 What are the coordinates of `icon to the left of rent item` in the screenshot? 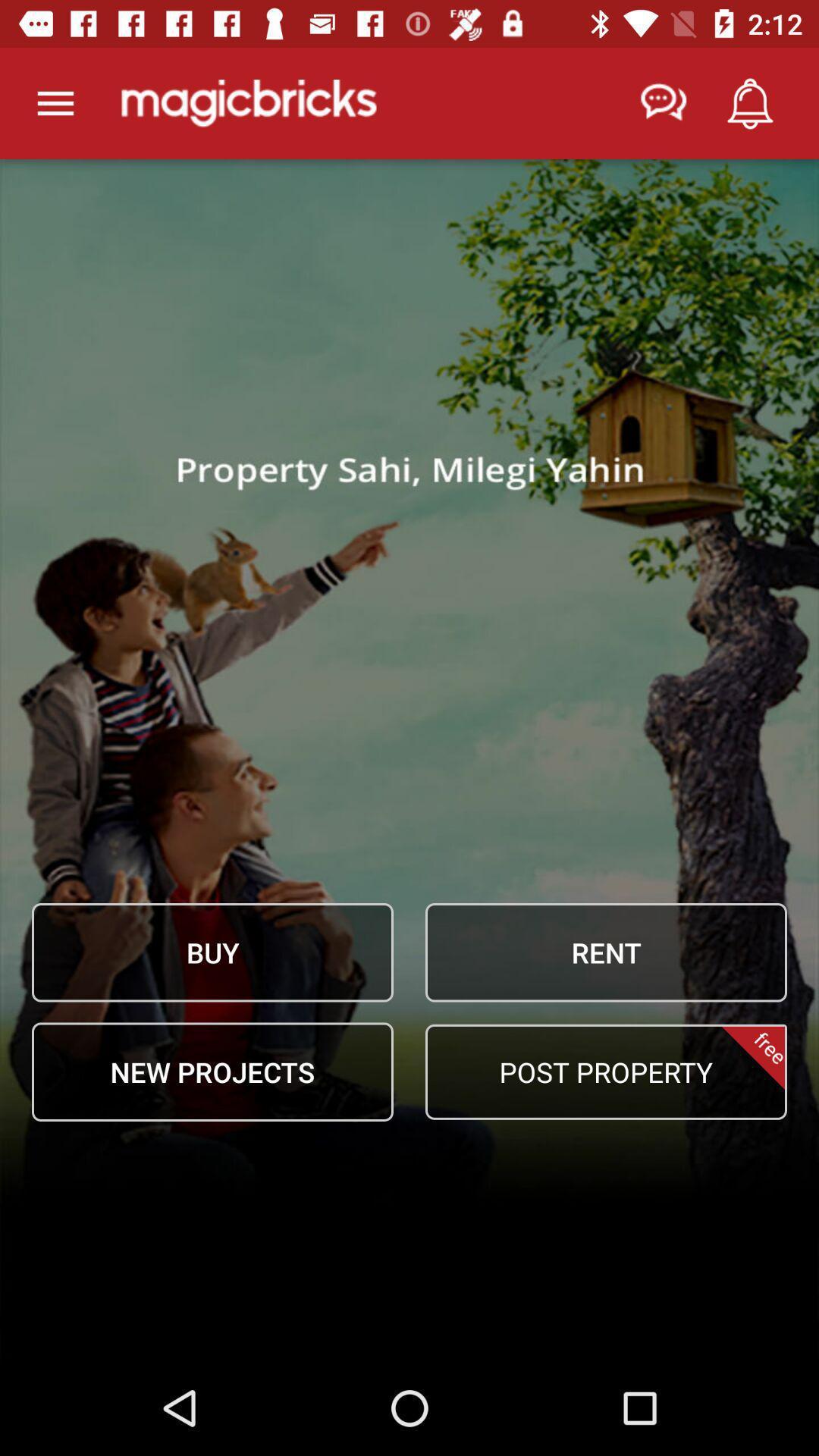 It's located at (212, 952).